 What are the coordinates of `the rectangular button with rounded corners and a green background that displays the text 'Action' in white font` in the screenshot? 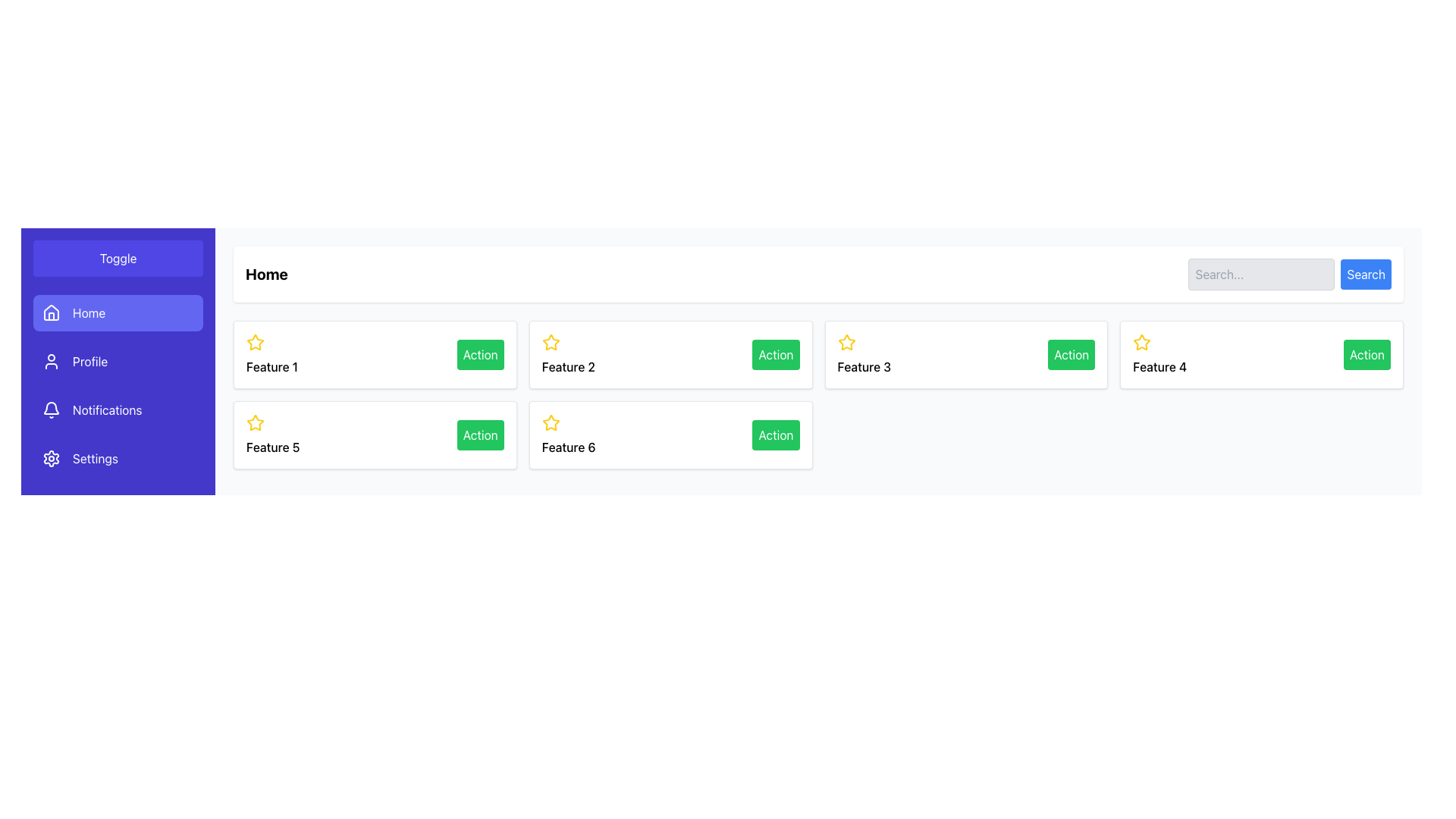 It's located at (479, 435).